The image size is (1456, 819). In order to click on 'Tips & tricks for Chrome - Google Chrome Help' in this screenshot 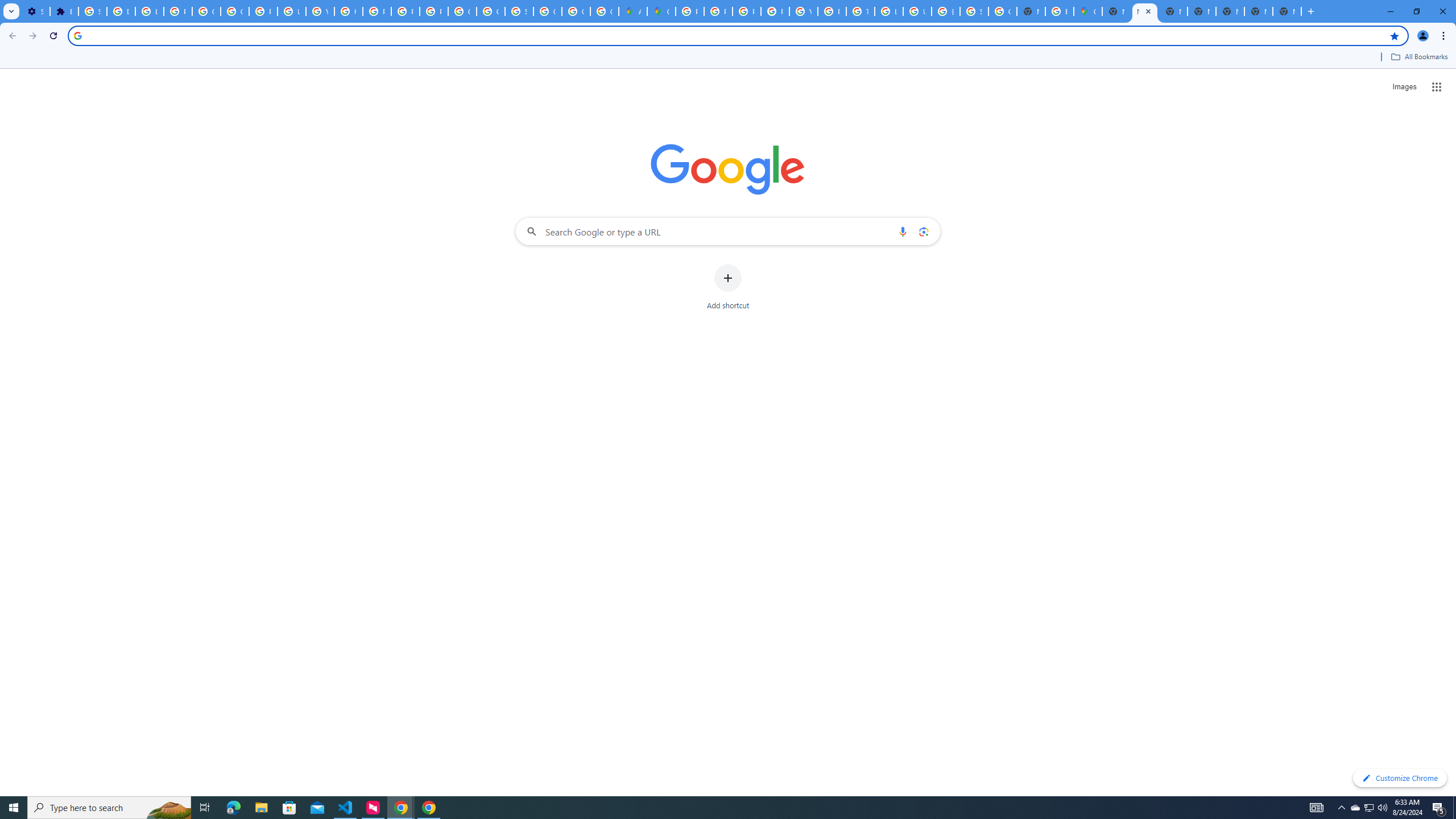, I will do `click(860, 11)`.